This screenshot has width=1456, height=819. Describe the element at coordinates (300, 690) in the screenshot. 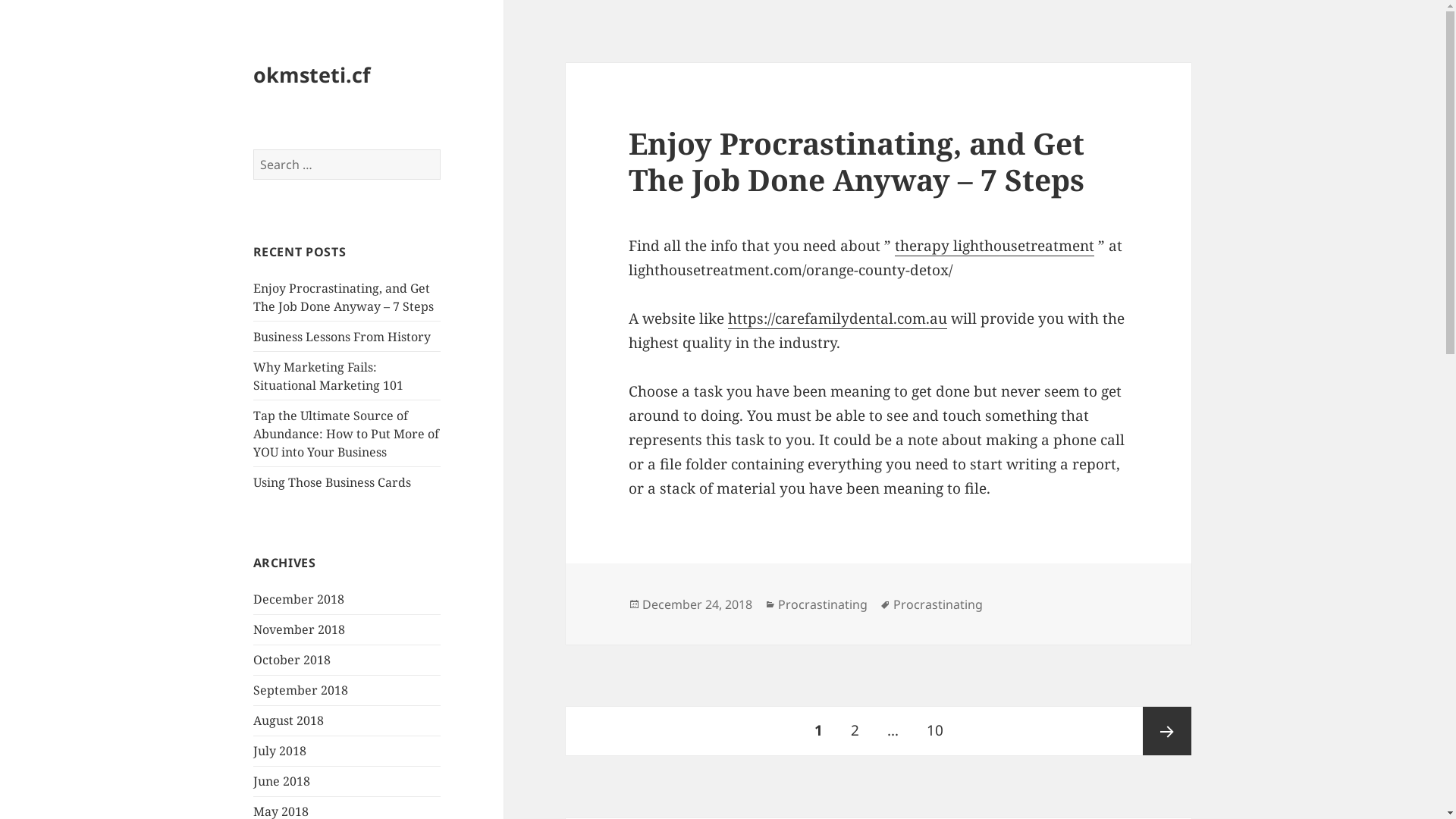

I see `'September 2018'` at that location.